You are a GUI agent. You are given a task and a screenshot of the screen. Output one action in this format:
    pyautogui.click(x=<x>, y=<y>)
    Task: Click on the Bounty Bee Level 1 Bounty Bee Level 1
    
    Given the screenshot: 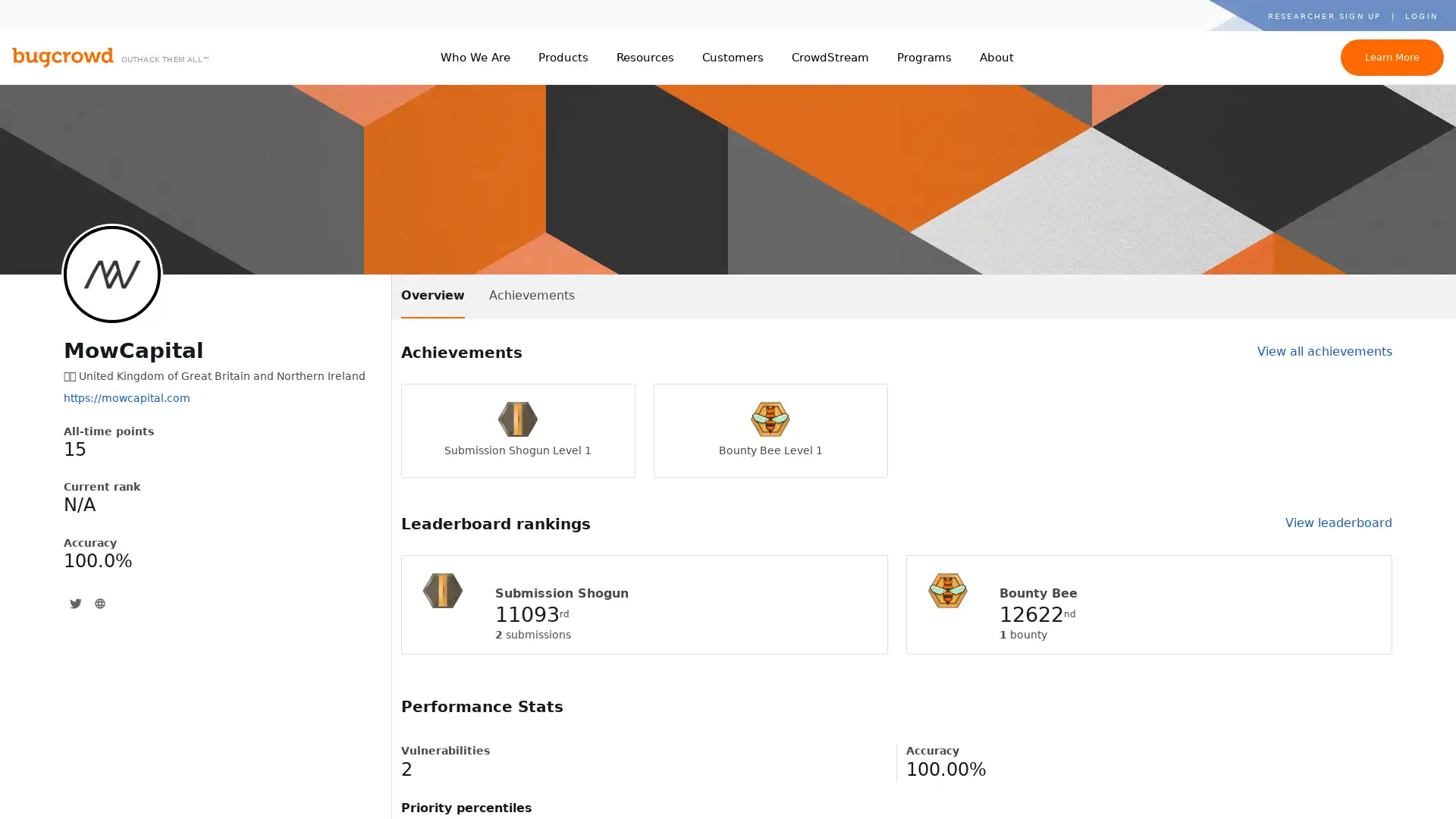 What is the action you would take?
    pyautogui.click(x=770, y=430)
    